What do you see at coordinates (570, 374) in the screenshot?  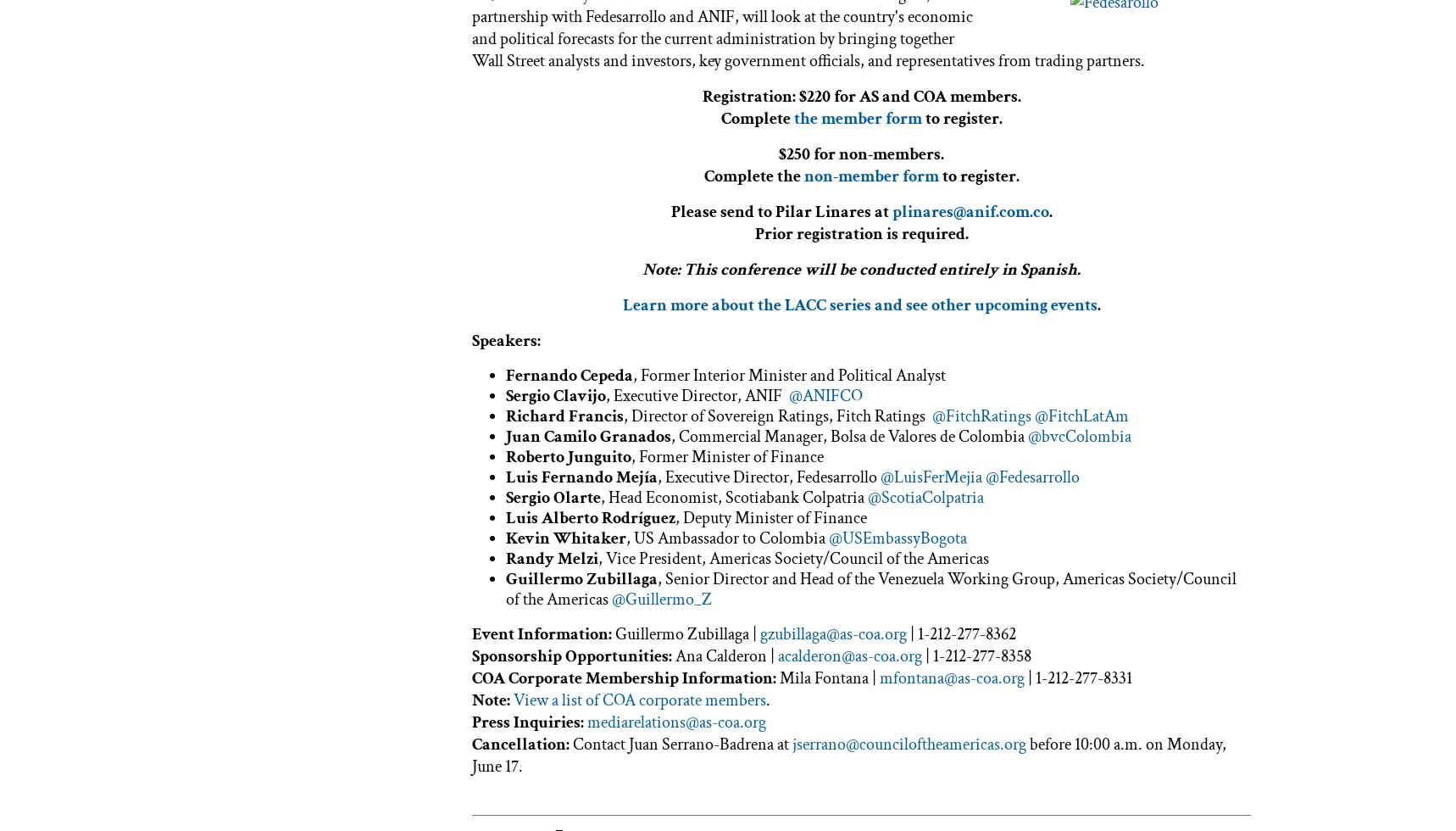 I see `'Fernando Cepeda'` at bounding box center [570, 374].